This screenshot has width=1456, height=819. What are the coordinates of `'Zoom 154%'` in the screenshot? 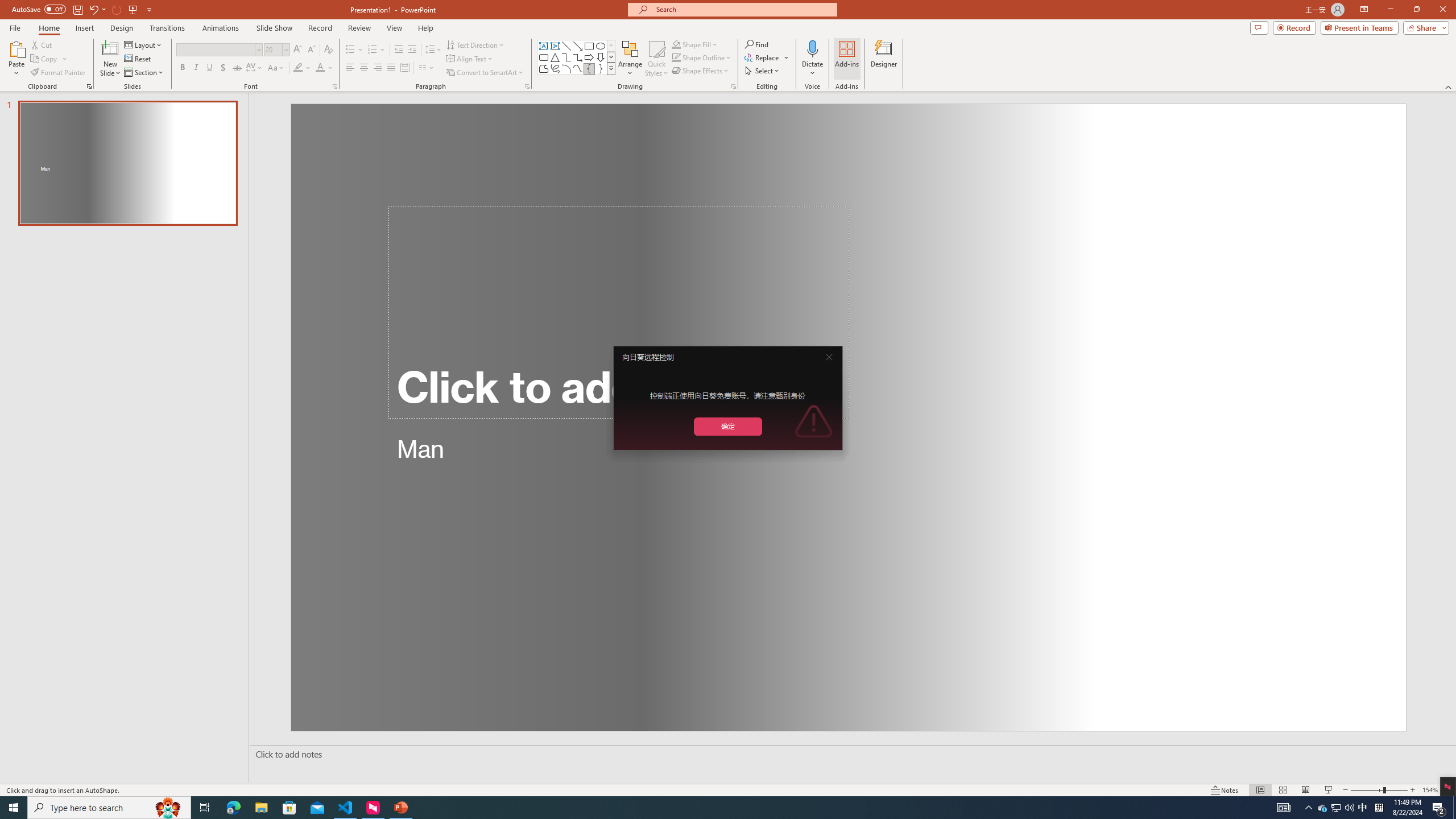 It's located at (1430, 790).